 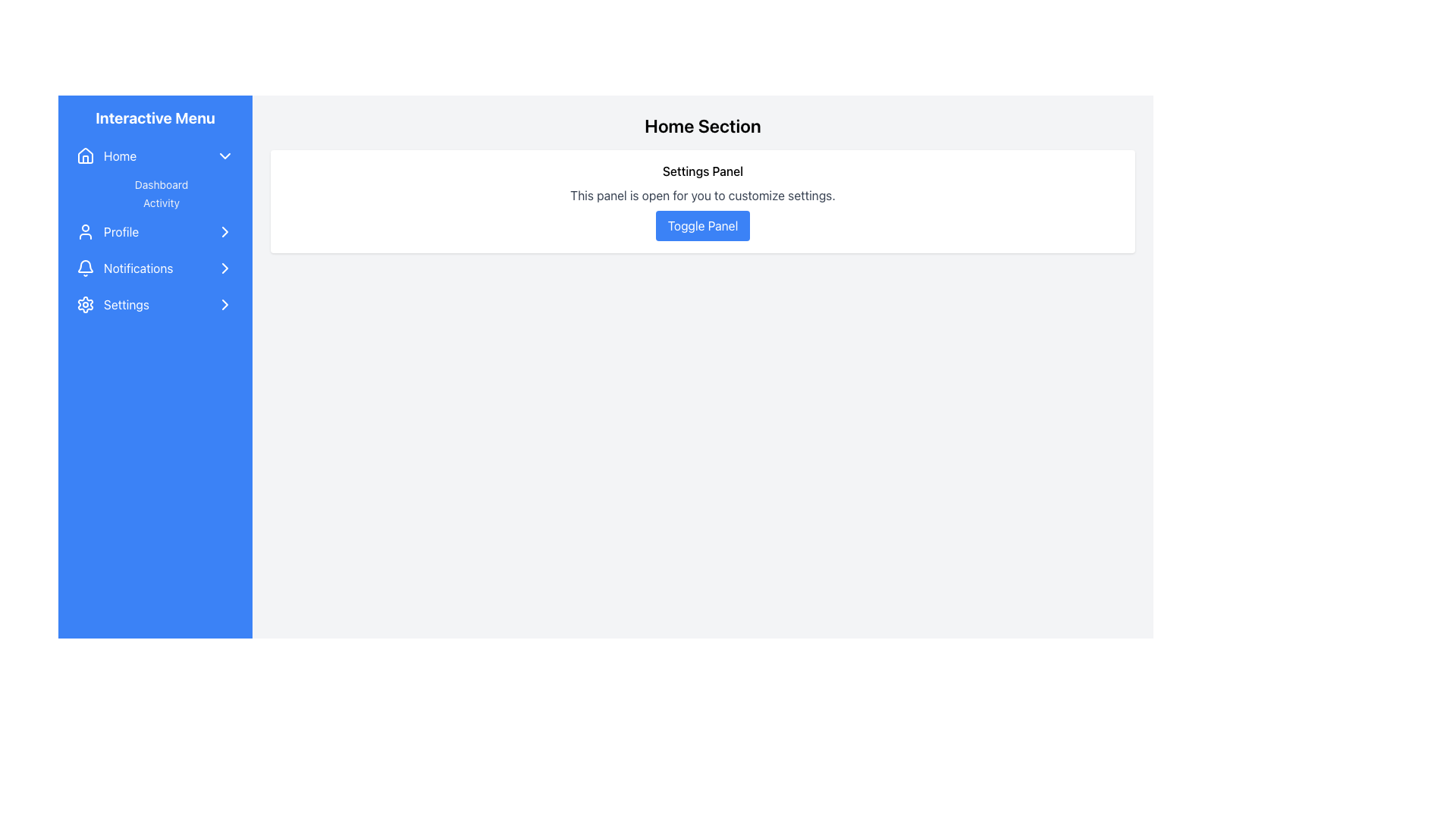 What do you see at coordinates (224, 268) in the screenshot?
I see `the small, right-facing chevron icon with a blue background, positioned to the right of the 'Notifications' menu item` at bounding box center [224, 268].